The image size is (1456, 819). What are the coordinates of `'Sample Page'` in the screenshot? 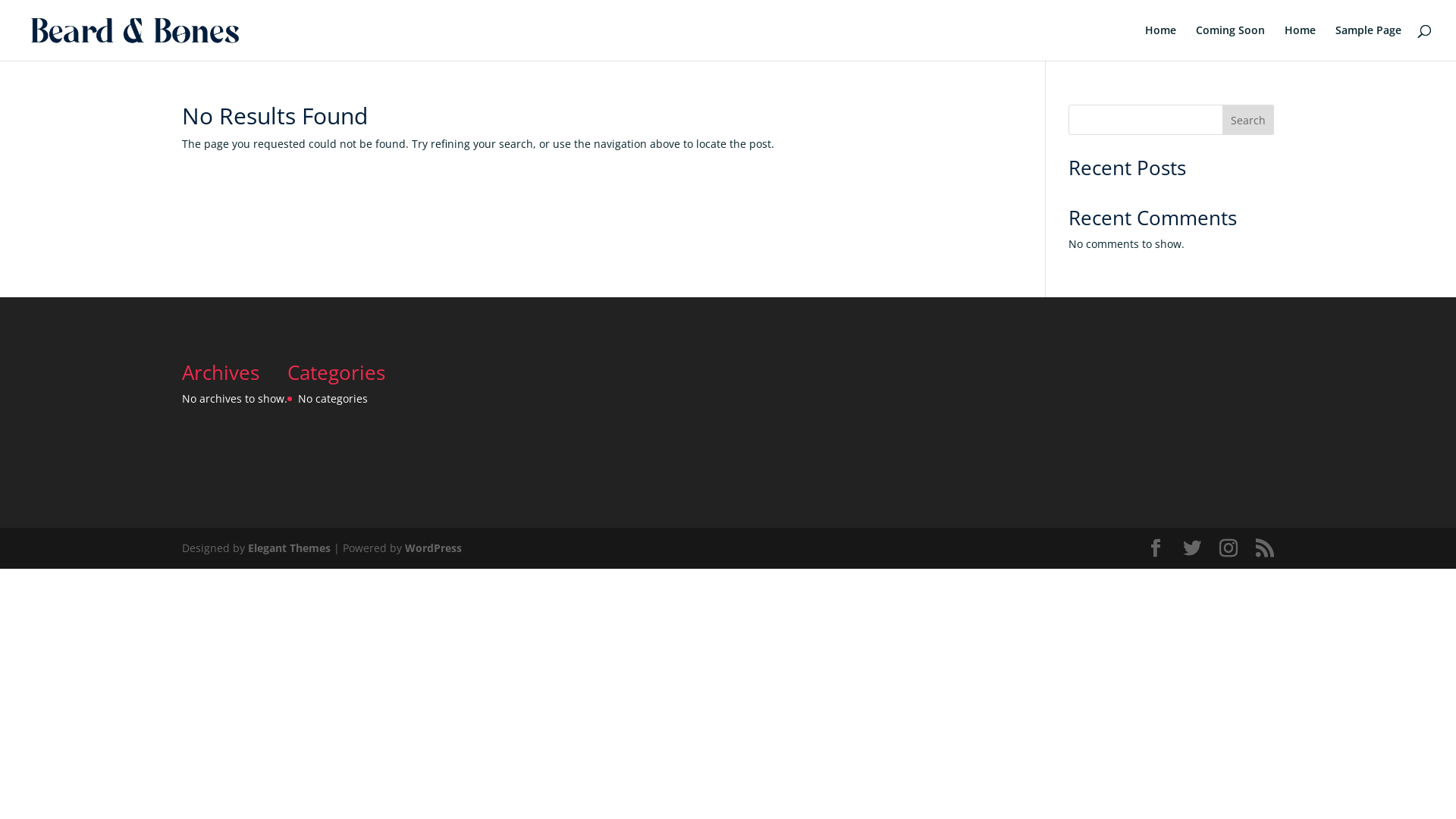 It's located at (1335, 42).